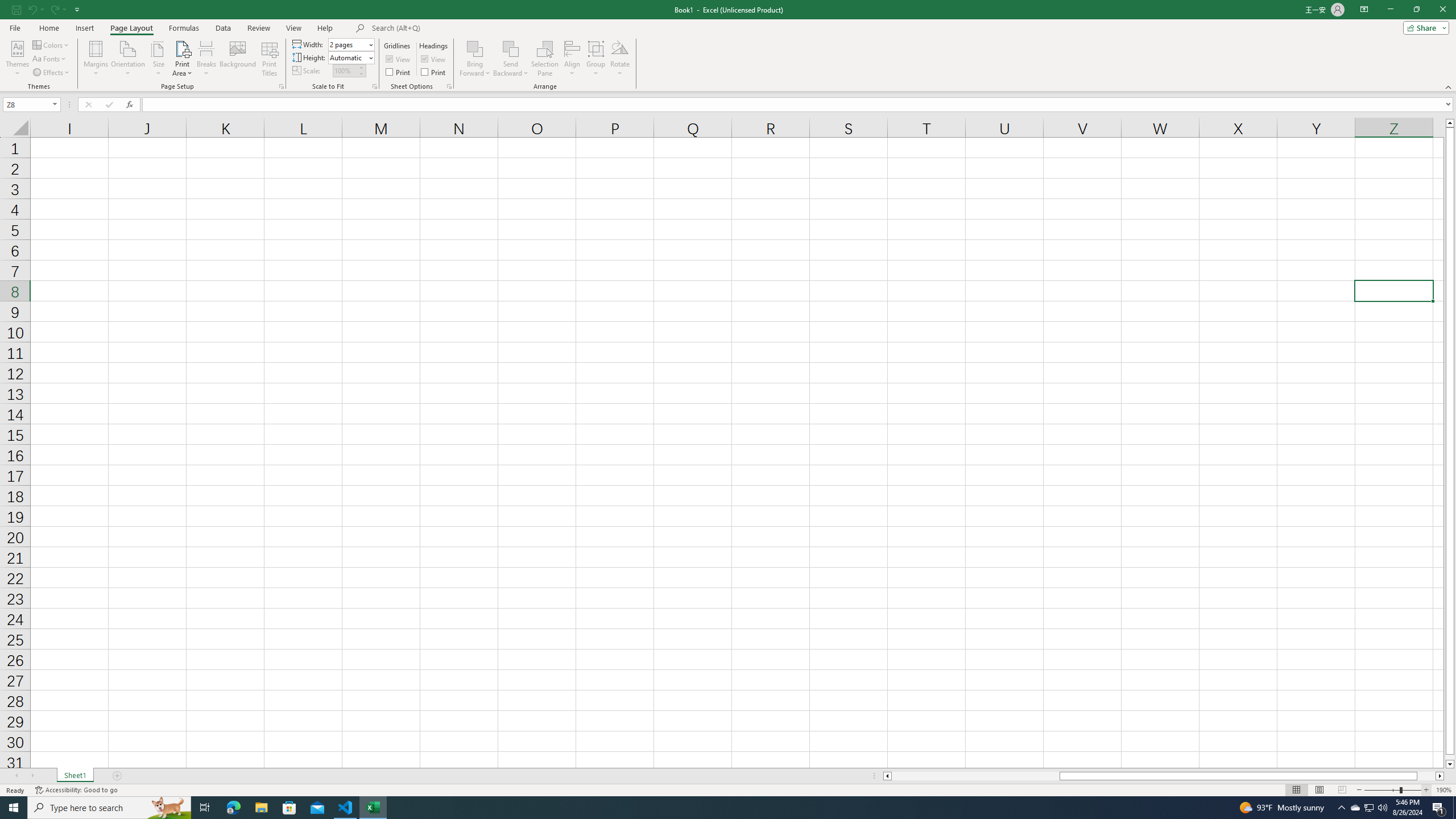  I want to click on 'Sheet Options', so click(448, 85).